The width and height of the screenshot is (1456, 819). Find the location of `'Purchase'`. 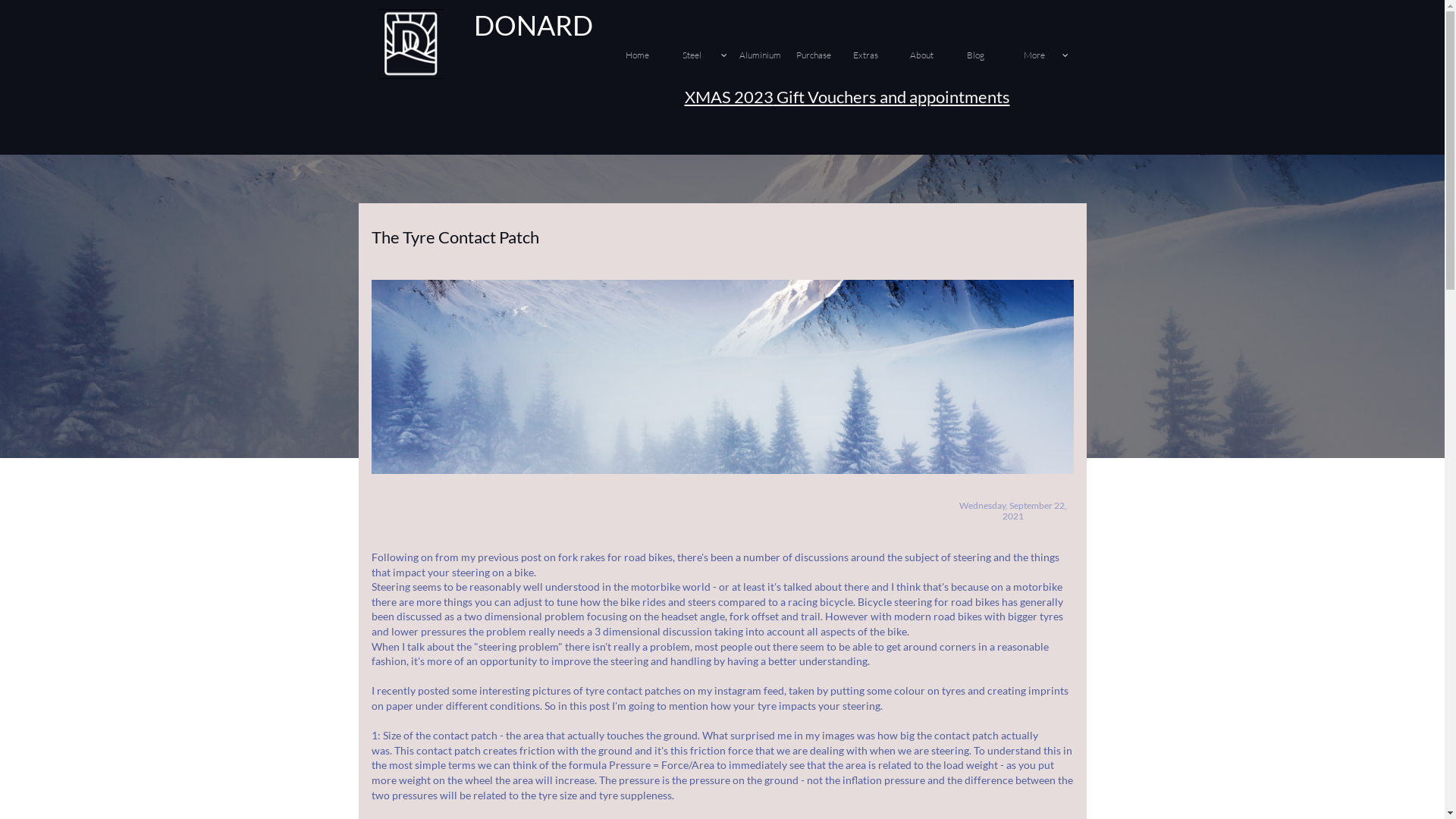

'Purchase' is located at coordinates (821, 55).